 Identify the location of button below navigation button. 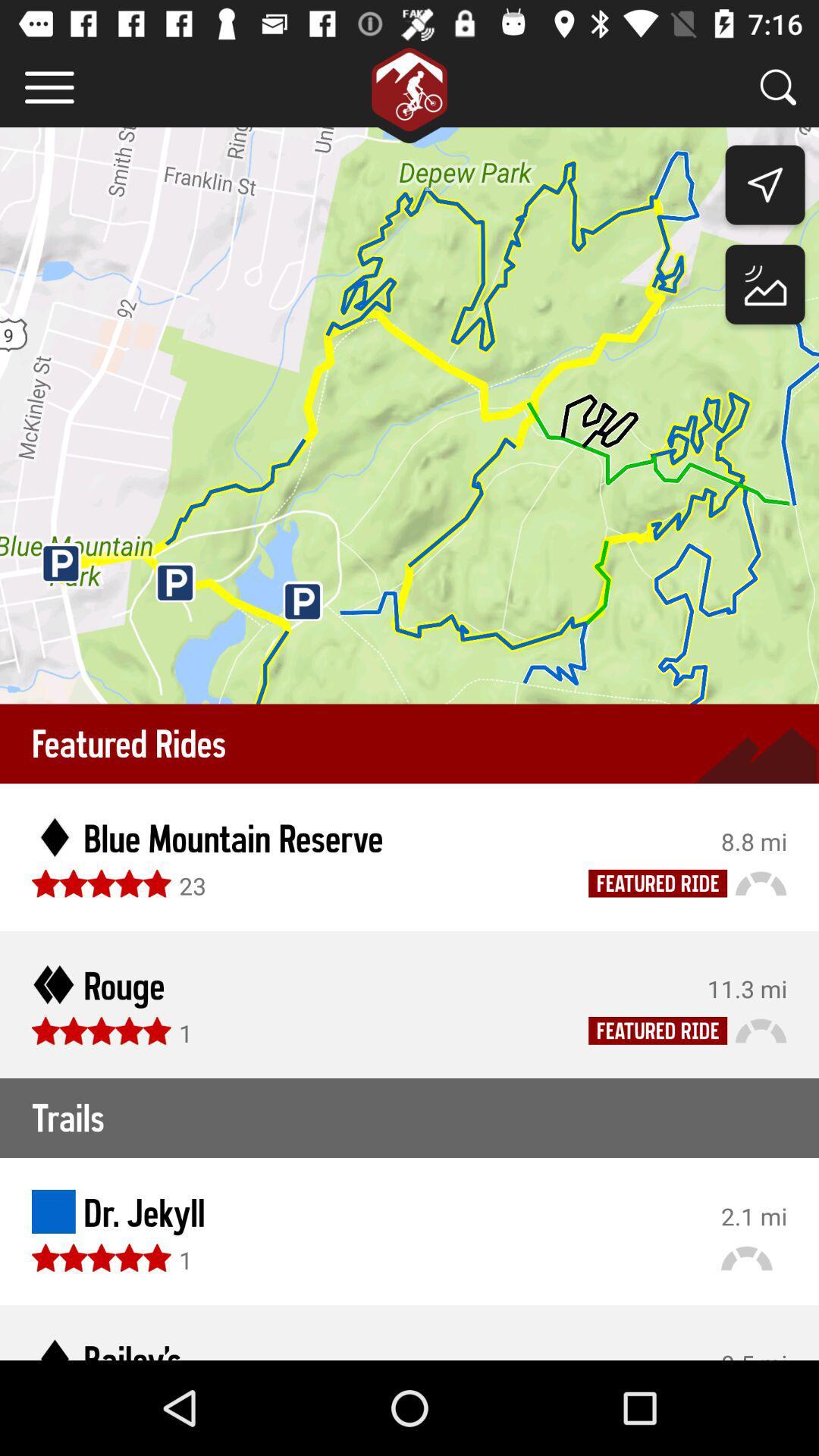
(765, 288).